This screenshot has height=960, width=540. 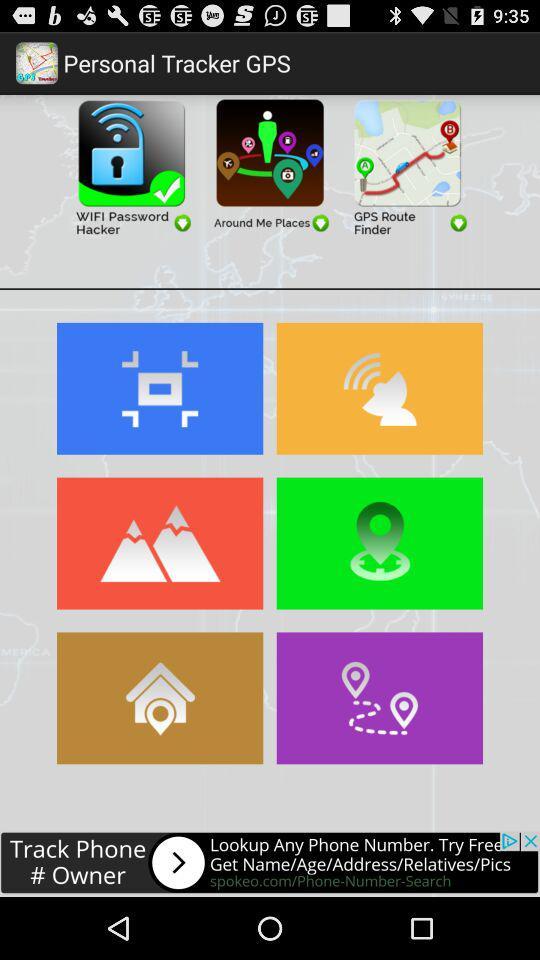 I want to click on terrain, so click(x=159, y=543).